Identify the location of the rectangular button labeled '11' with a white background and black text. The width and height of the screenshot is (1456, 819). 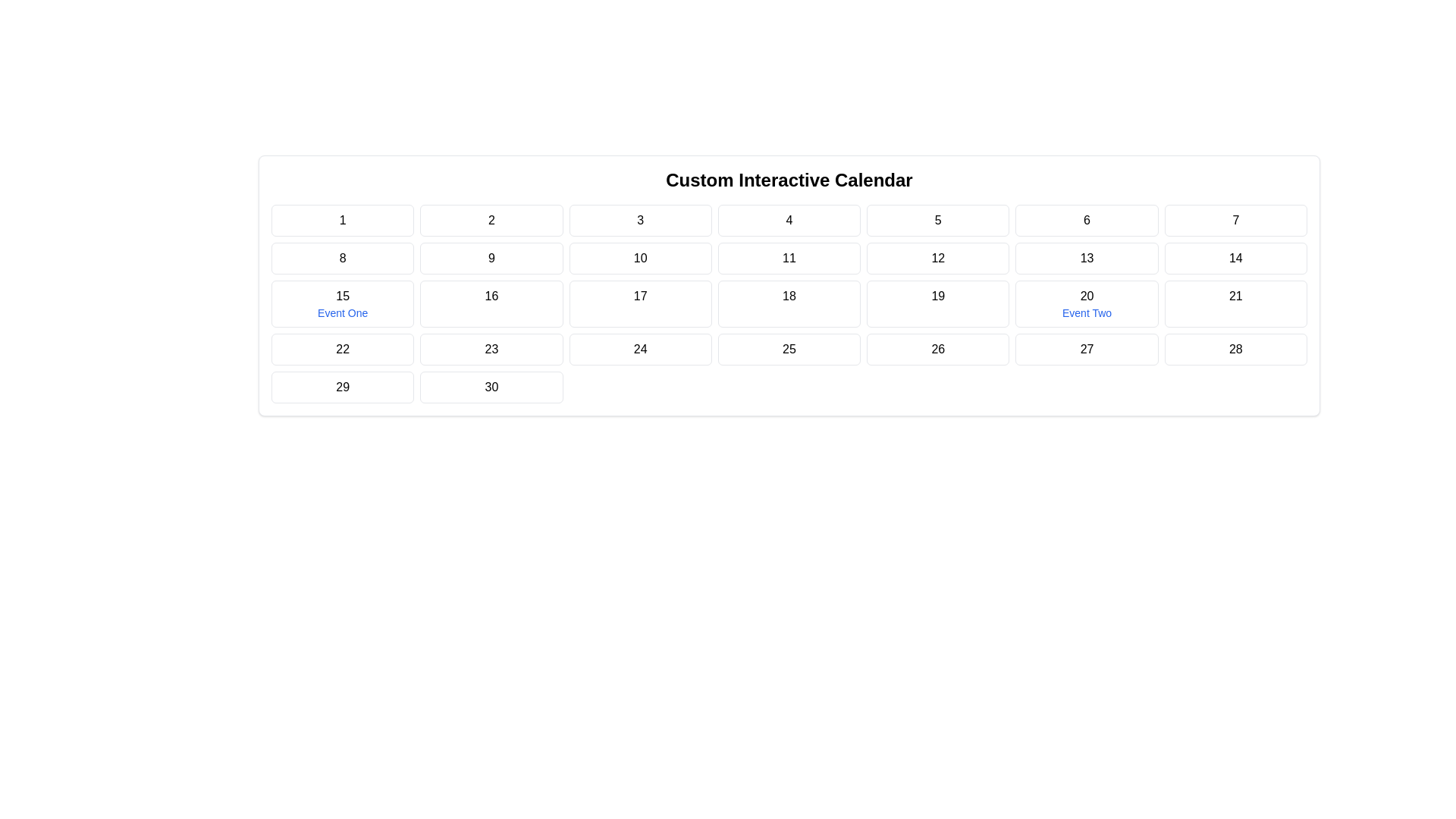
(789, 257).